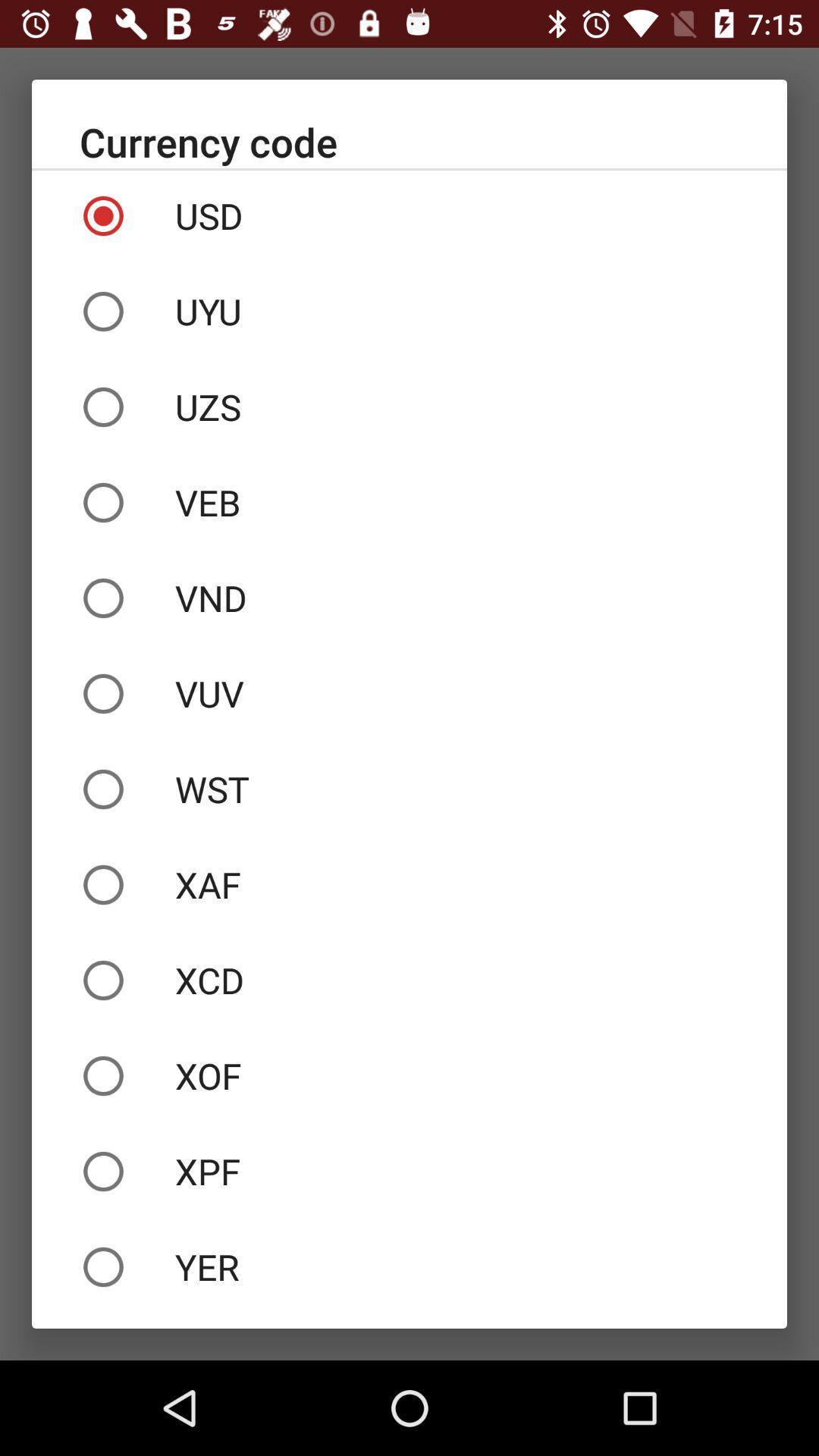 The height and width of the screenshot is (1456, 819). What do you see at coordinates (409, 311) in the screenshot?
I see `uyu icon` at bounding box center [409, 311].